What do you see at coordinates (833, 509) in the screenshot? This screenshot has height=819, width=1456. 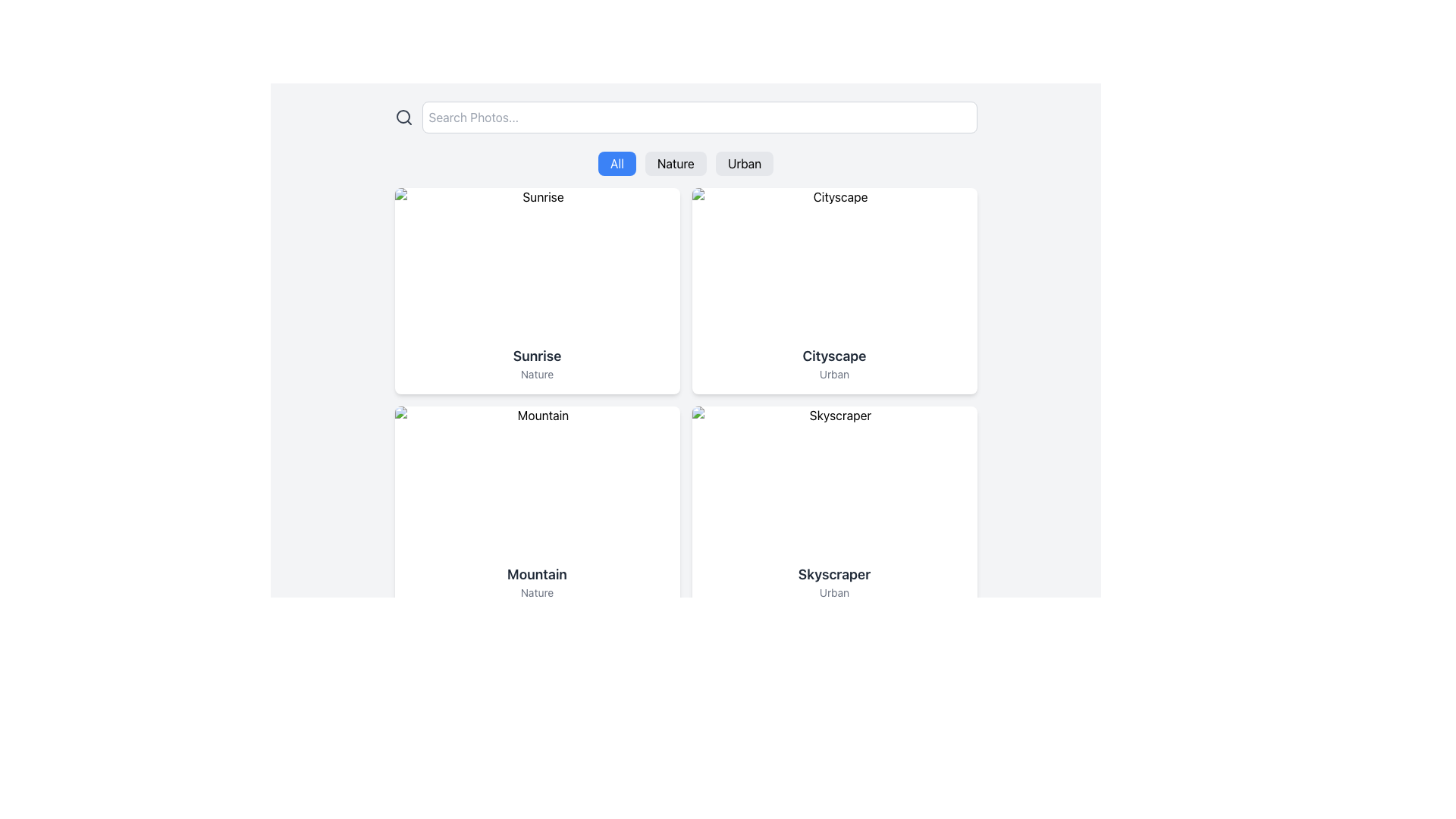 I see `the fourth card component featuring a white background with an image of a skyscraper, a bold title 'Skyscraper', and a subtitle 'Urban' located in the bottom right corner of the grid layout` at bounding box center [833, 509].